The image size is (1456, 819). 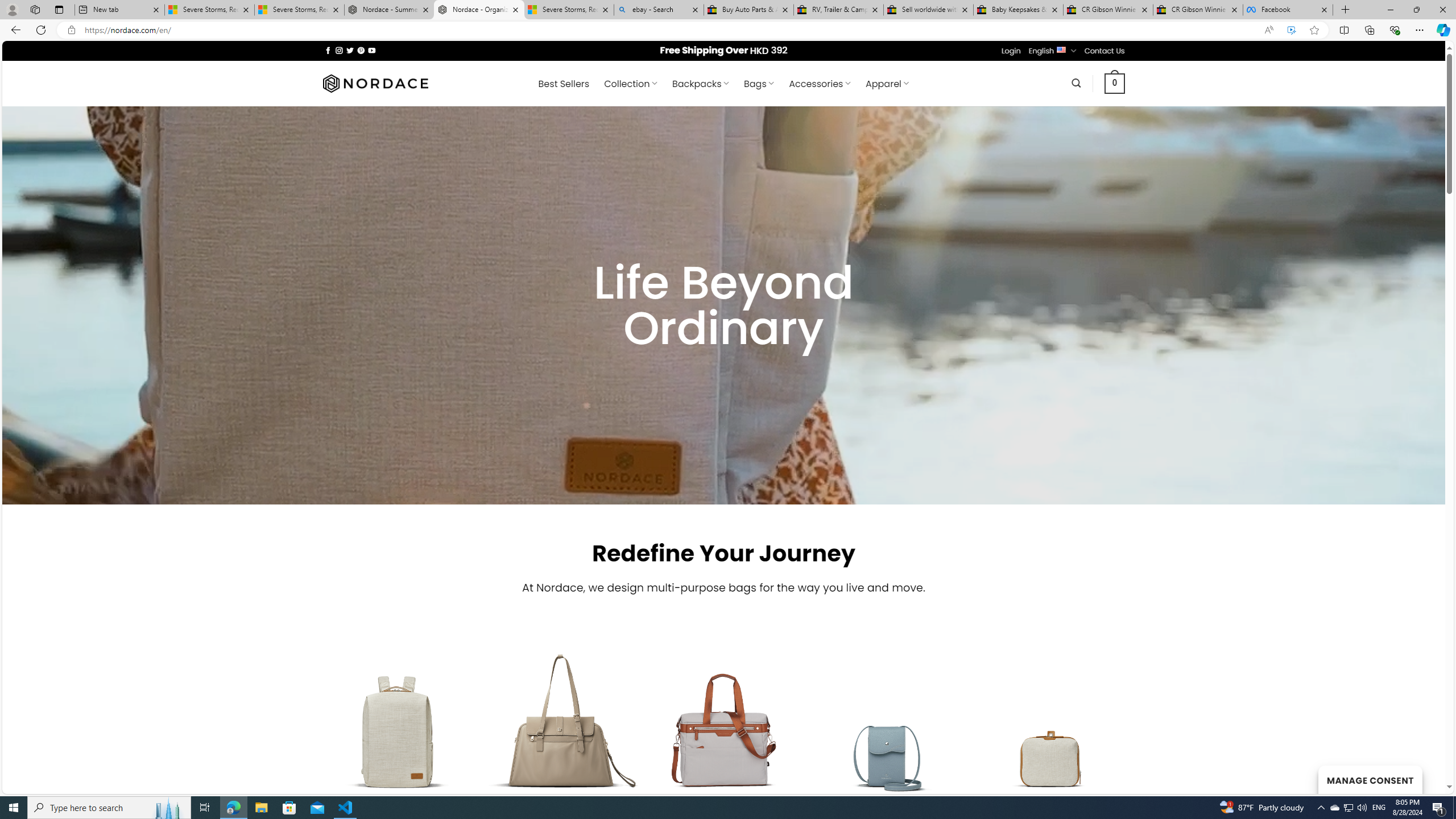 What do you see at coordinates (1105, 50) in the screenshot?
I see `'Contact Us'` at bounding box center [1105, 50].